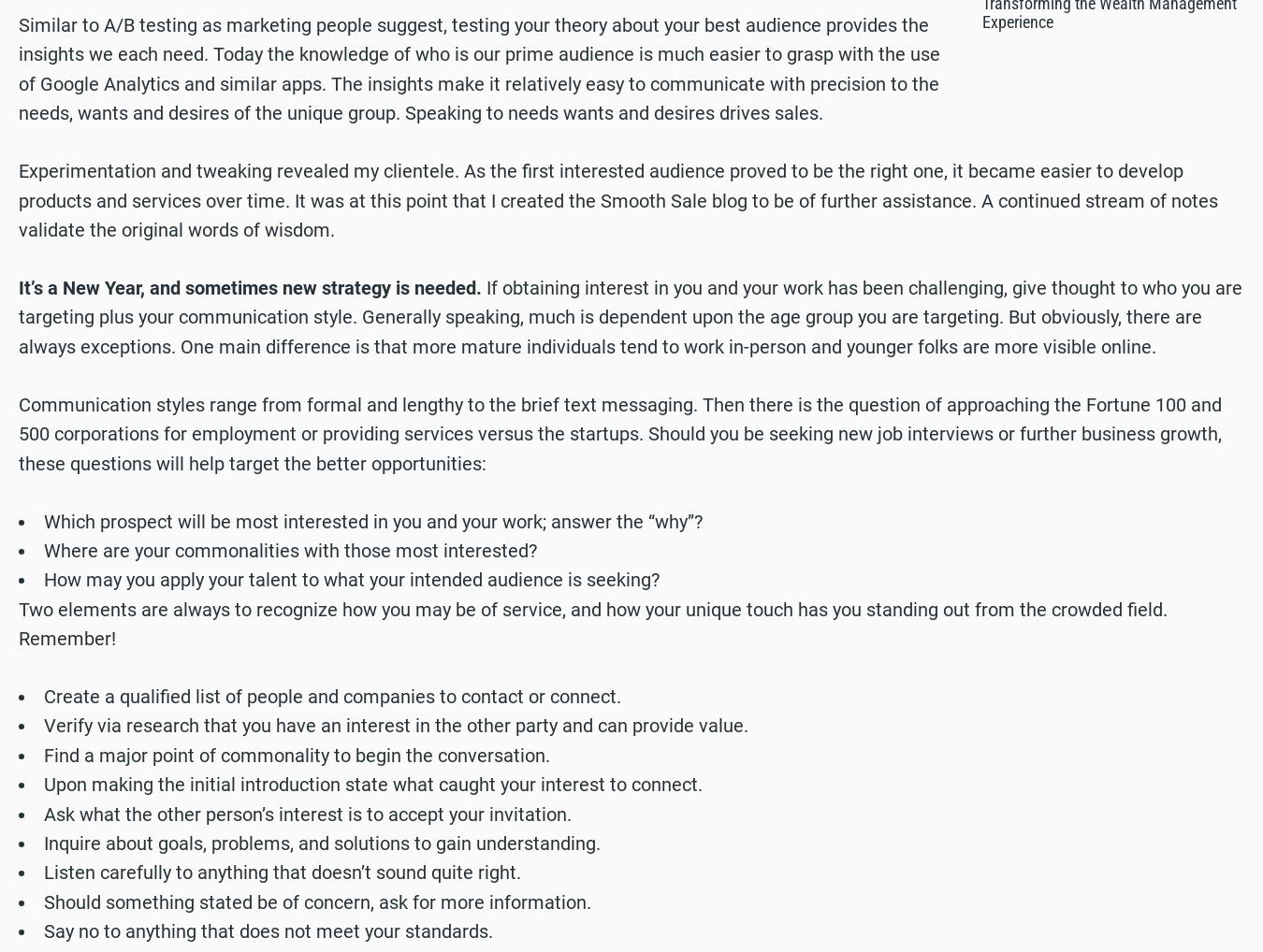  I want to click on 'Create a qualified list of people and companies to contact or connect.', so click(331, 695).